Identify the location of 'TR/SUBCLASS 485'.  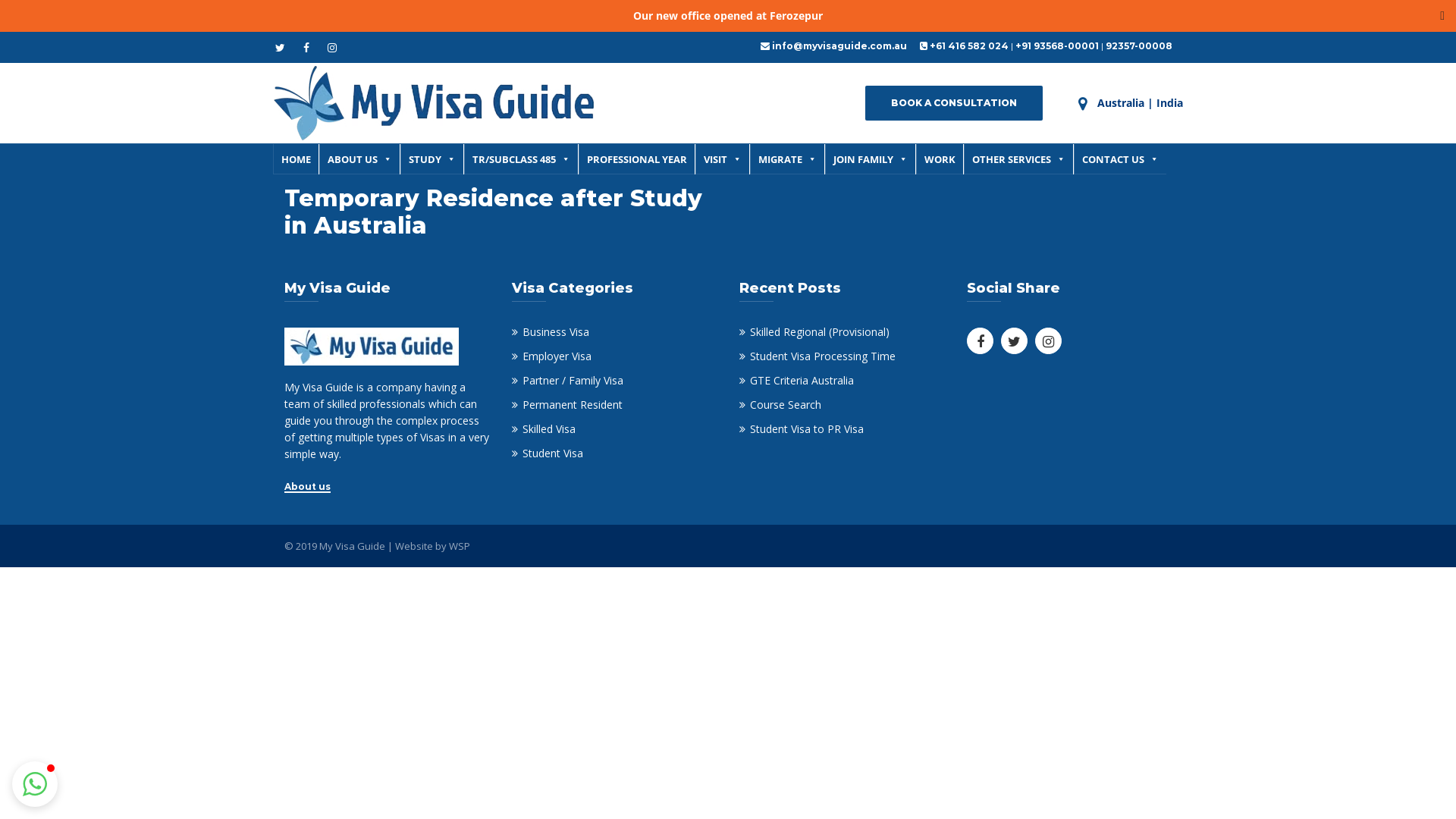
(520, 158).